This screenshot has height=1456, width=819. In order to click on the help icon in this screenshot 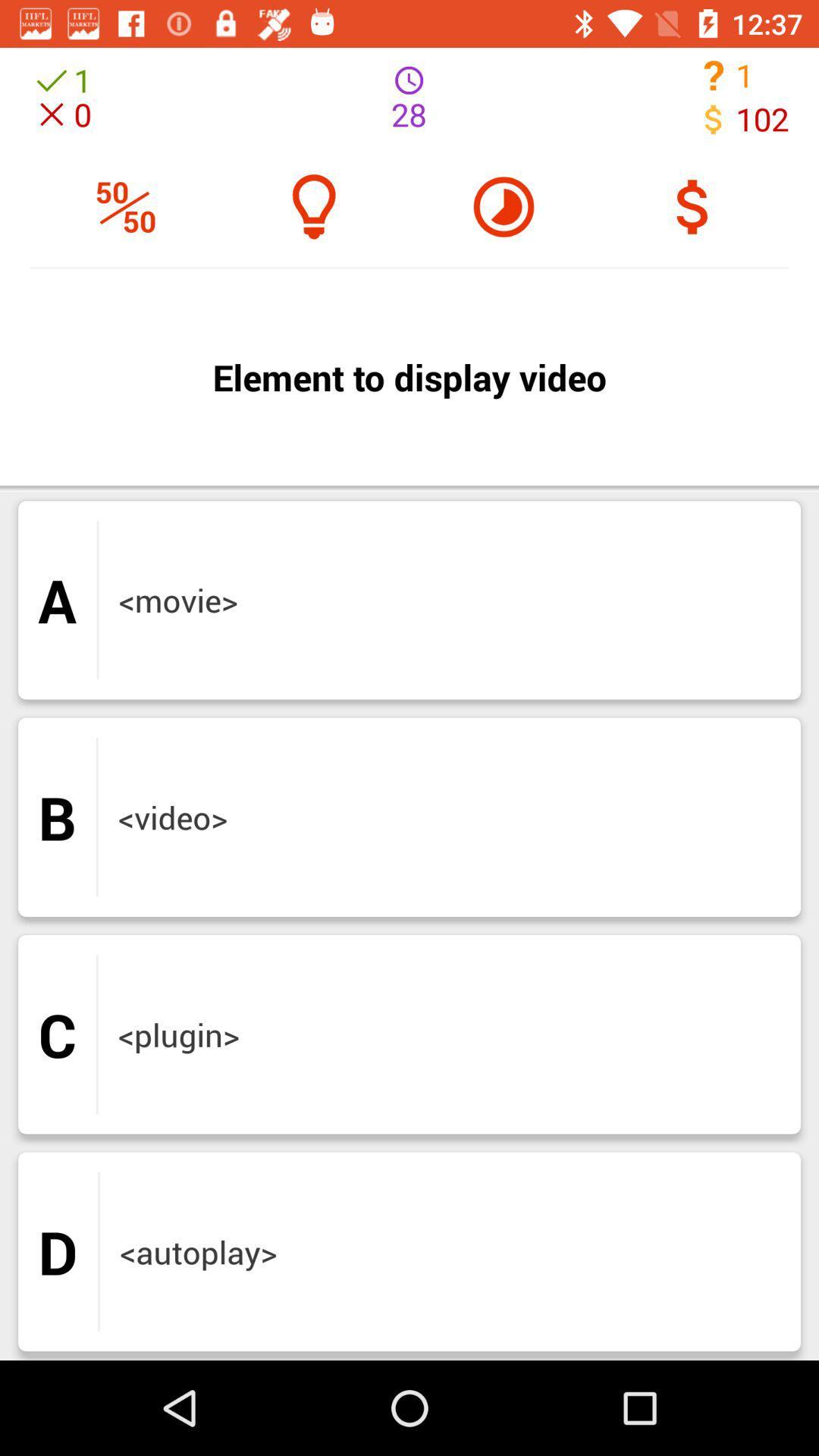, I will do `click(504, 206)`.